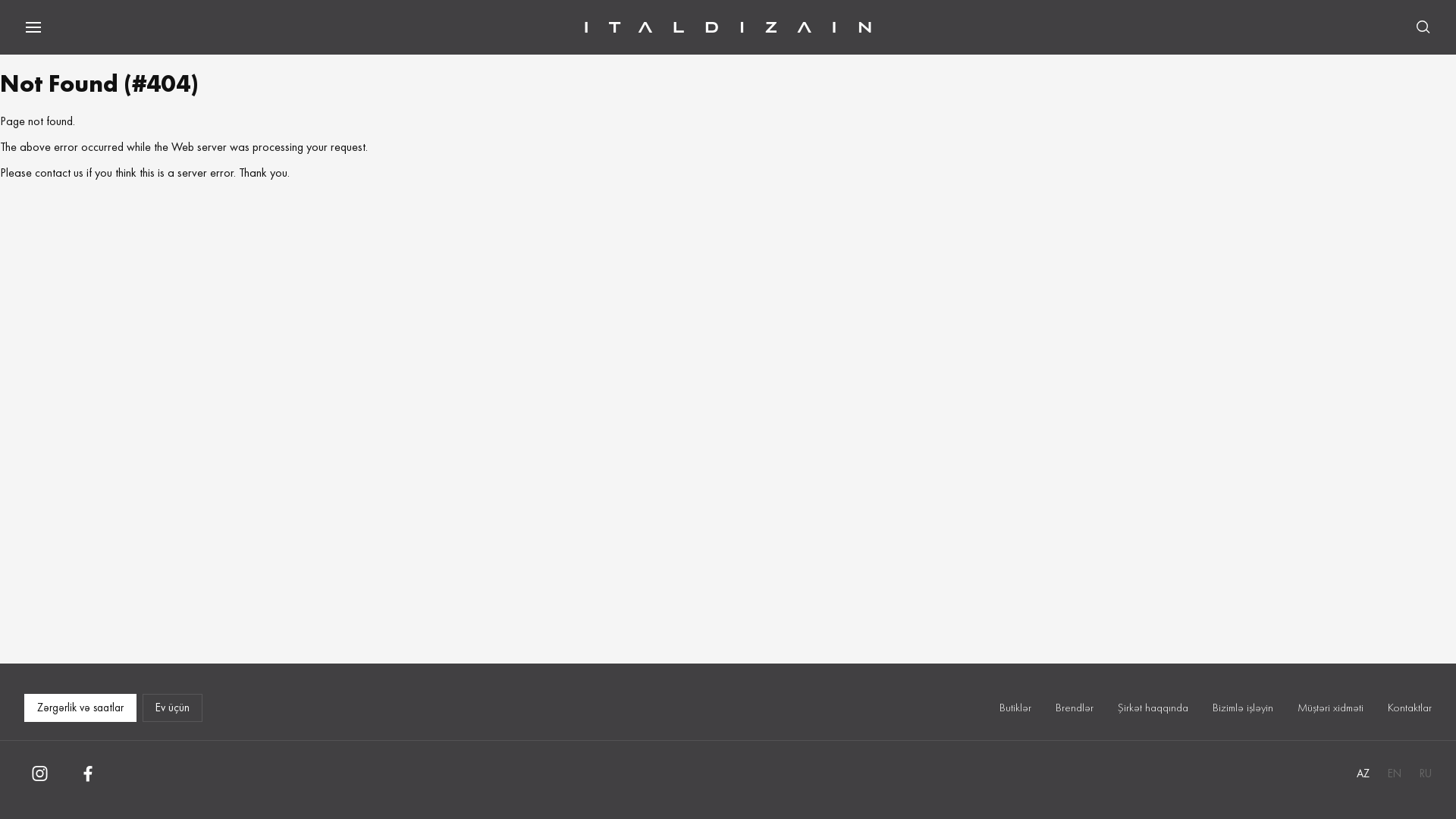 The width and height of the screenshot is (1456, 819). Describe the element at coordinates (1408, 708) in the screenshot. I see `'Kontaktlar'` at that location.